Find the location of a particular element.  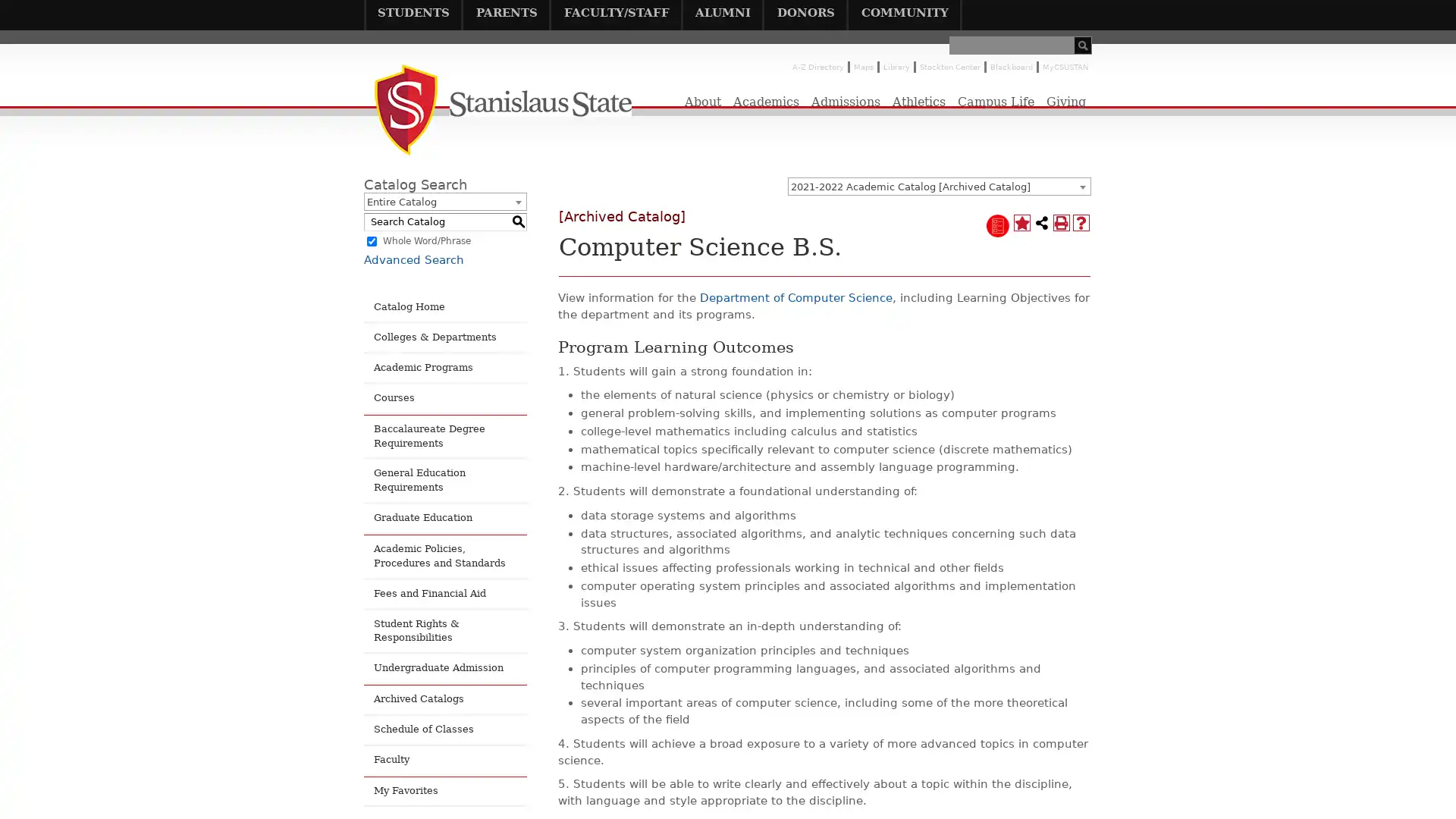

Search is located at coordinates (1082, 45).